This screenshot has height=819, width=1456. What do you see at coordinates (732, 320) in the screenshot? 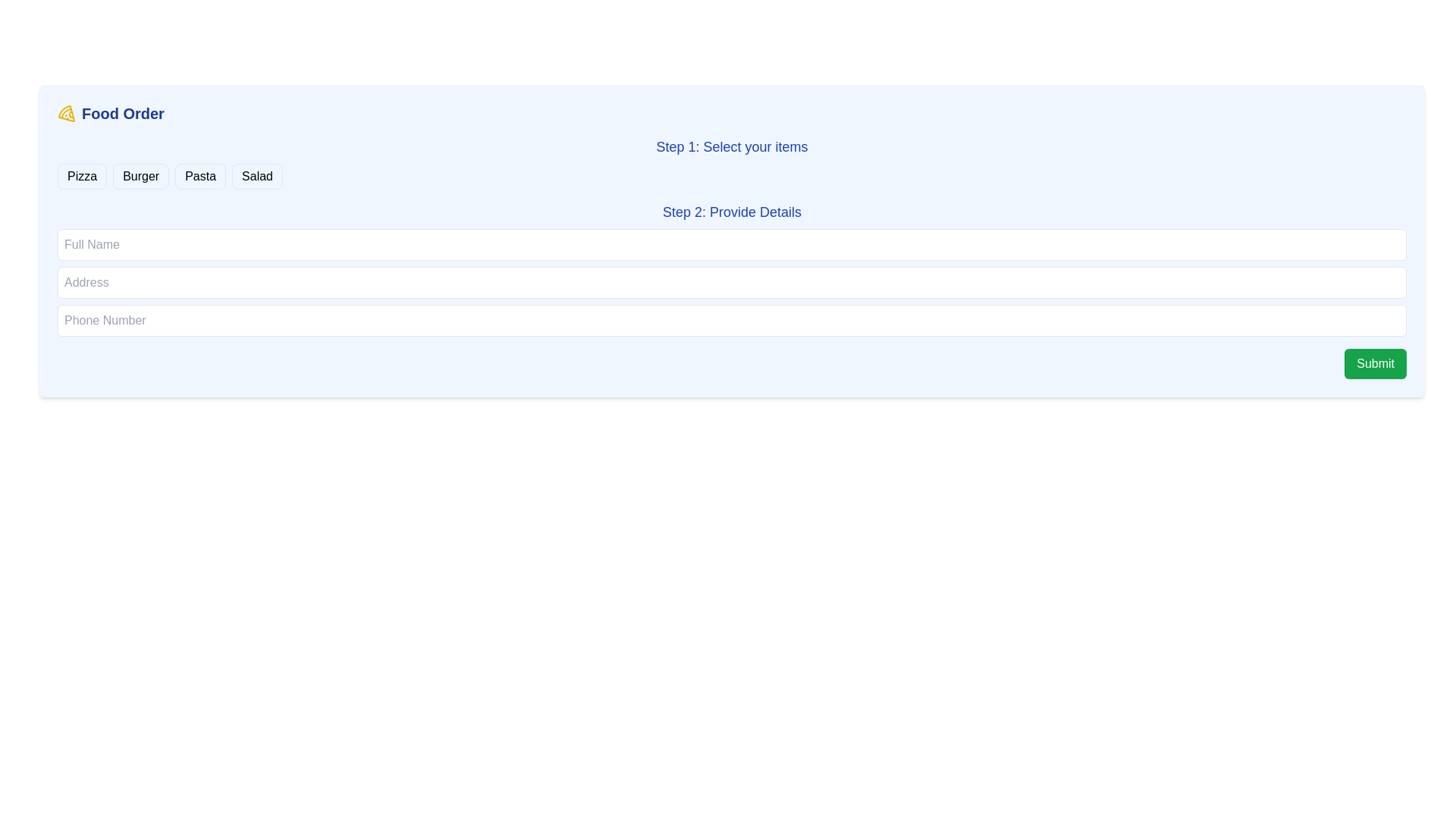
I see `the phone number input field to focus on it, which is located directly beneath the 'Address' field in the lower portion of the vertical list of input fields` at bounding box center [732, 320].